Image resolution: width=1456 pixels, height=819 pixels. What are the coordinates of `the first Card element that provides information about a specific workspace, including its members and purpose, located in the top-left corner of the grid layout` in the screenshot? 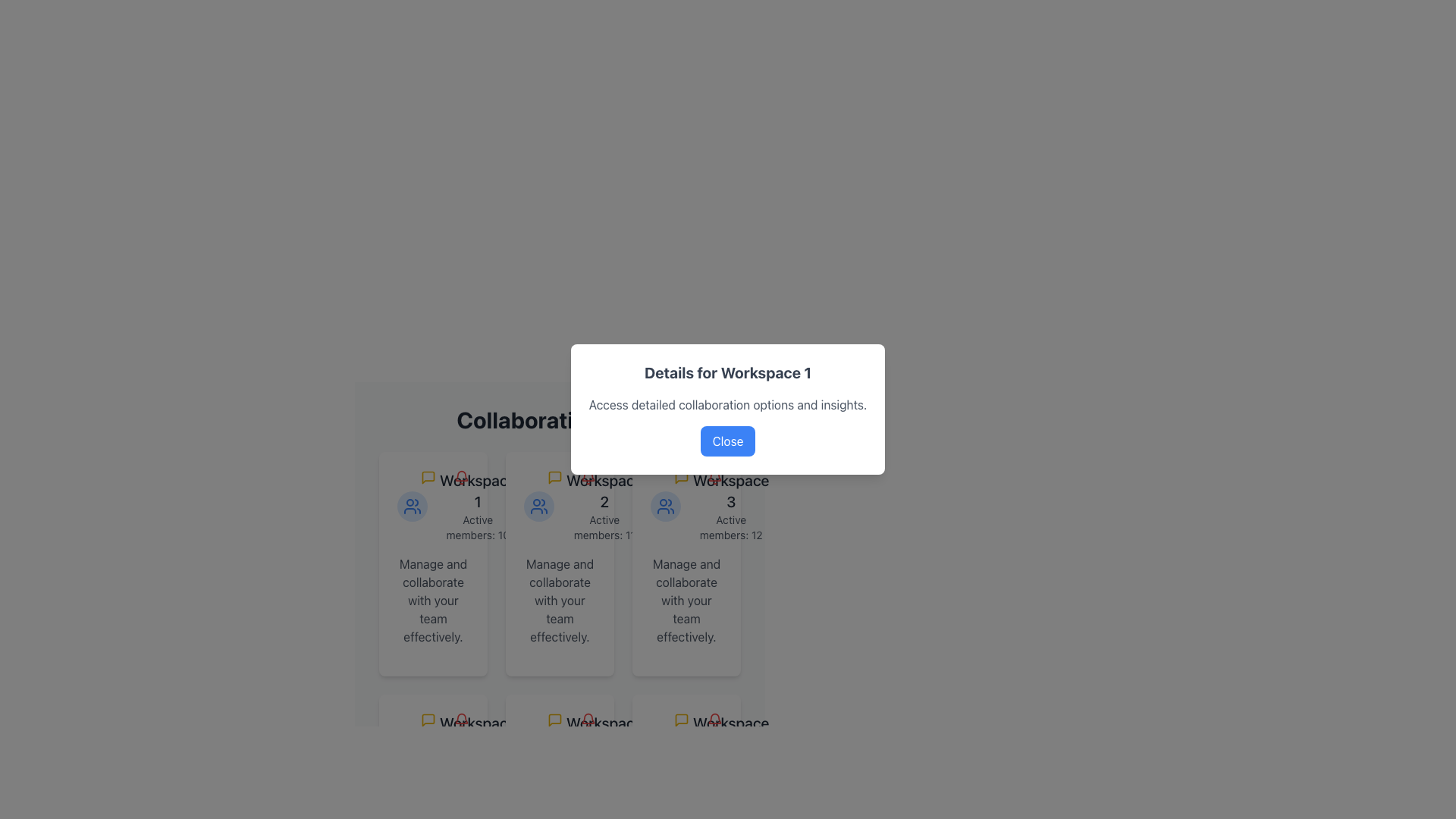 It's located at (432, 564).